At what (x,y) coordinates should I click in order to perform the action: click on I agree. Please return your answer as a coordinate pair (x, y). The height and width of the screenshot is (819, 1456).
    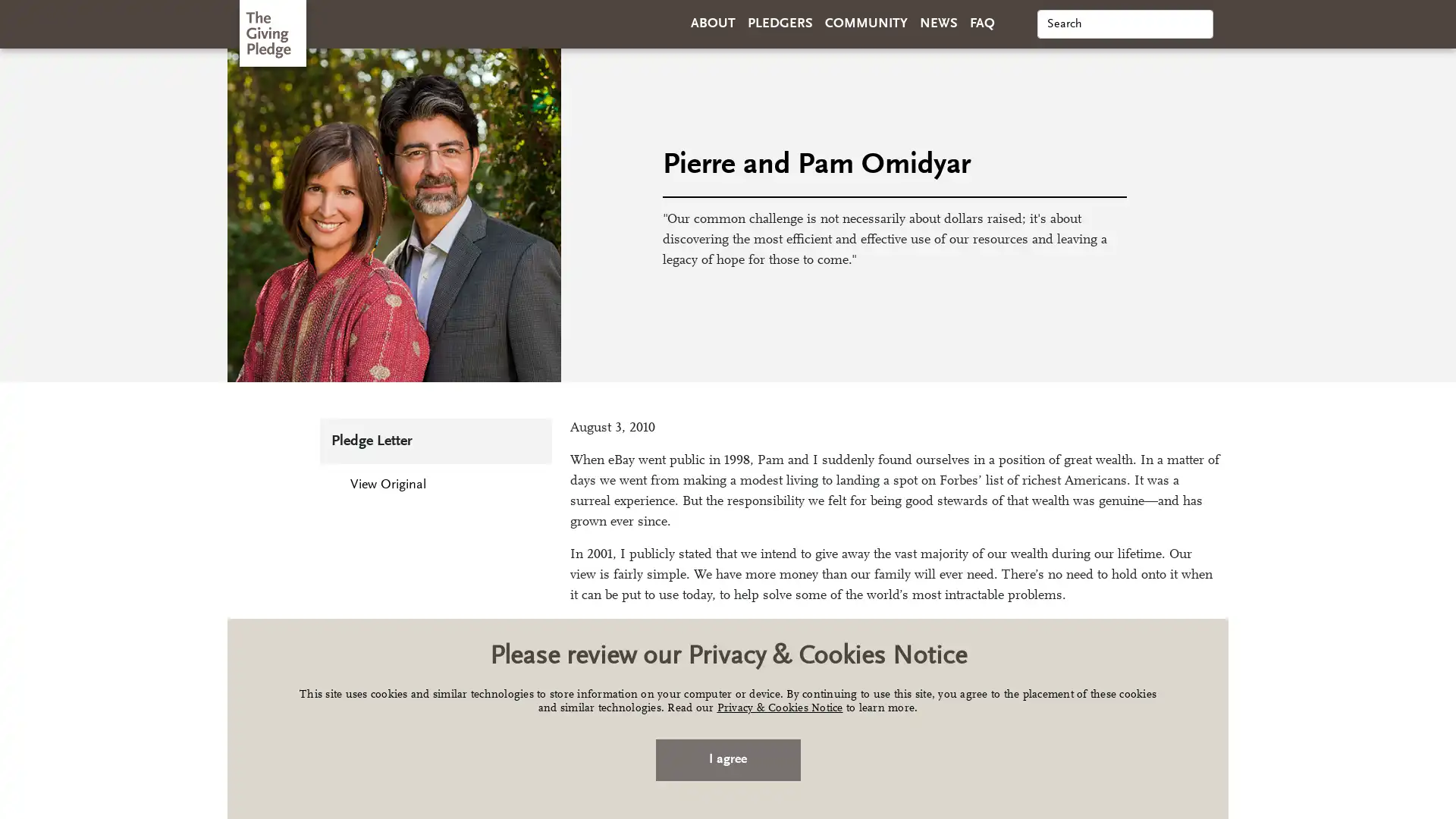
    Looking at the image, I should click on (726, 760).